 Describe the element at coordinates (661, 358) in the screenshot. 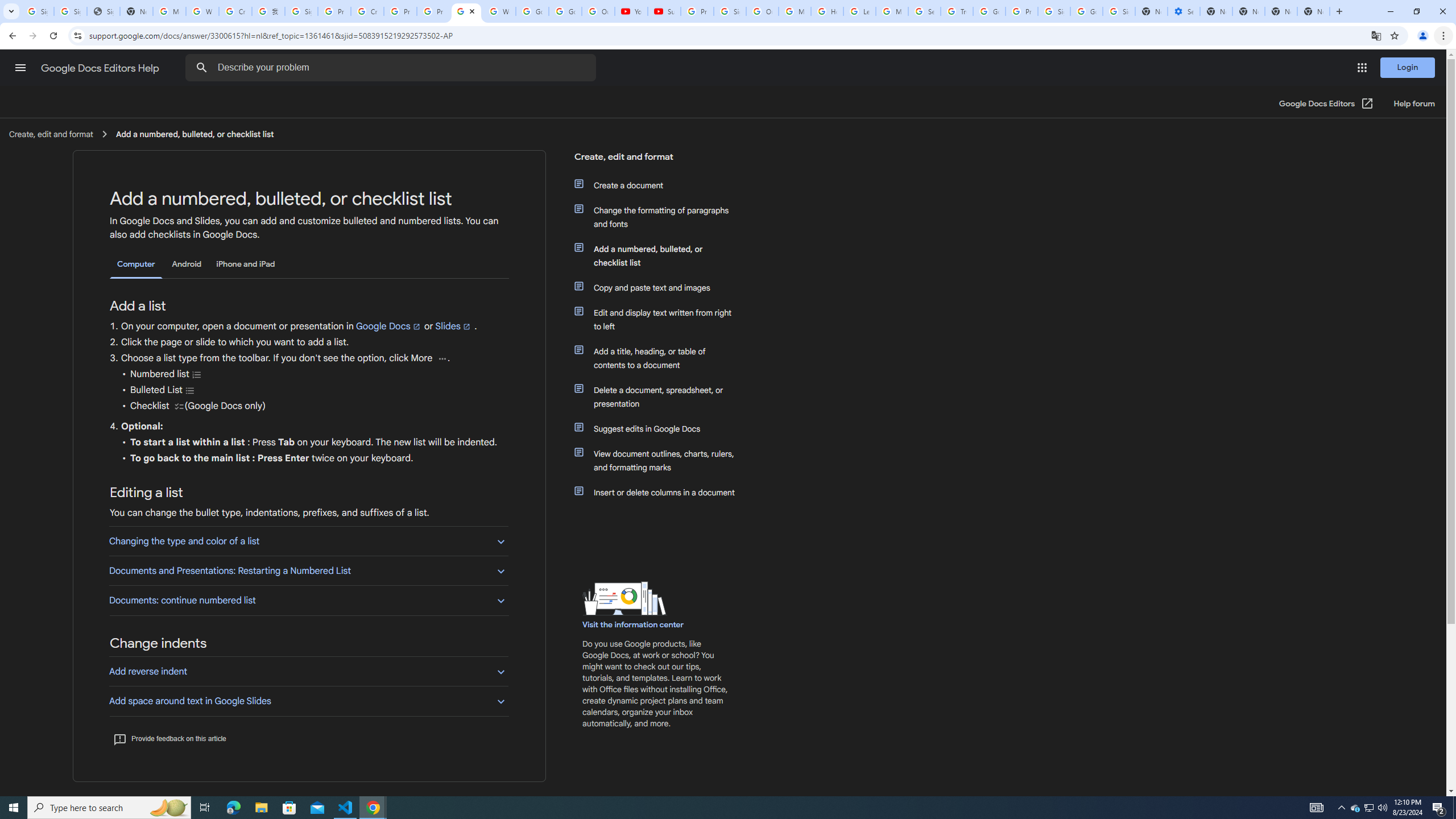

I see `'Add a title, heading, or table of contents to a document'` at that location.